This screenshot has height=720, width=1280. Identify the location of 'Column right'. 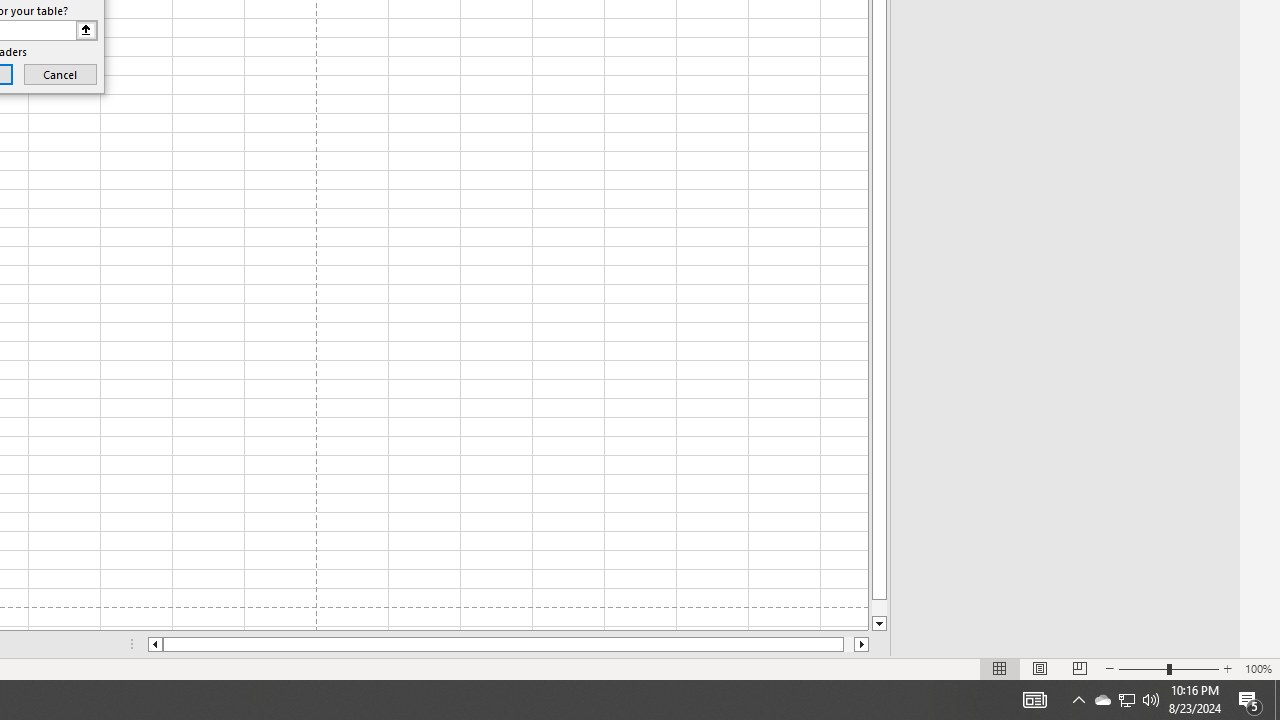
(862, 644).